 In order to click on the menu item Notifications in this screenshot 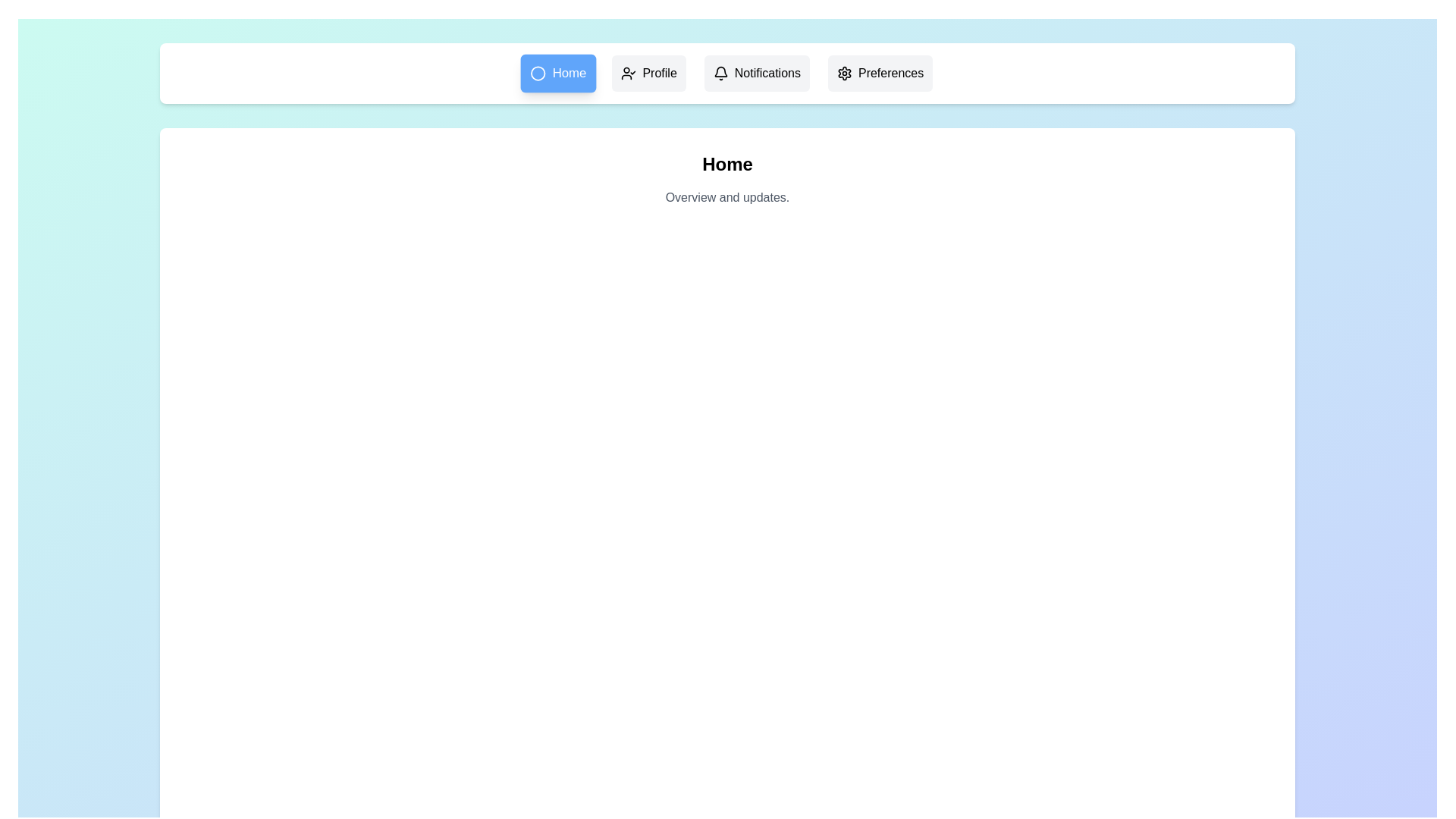, I will do `click(757, 73)`.